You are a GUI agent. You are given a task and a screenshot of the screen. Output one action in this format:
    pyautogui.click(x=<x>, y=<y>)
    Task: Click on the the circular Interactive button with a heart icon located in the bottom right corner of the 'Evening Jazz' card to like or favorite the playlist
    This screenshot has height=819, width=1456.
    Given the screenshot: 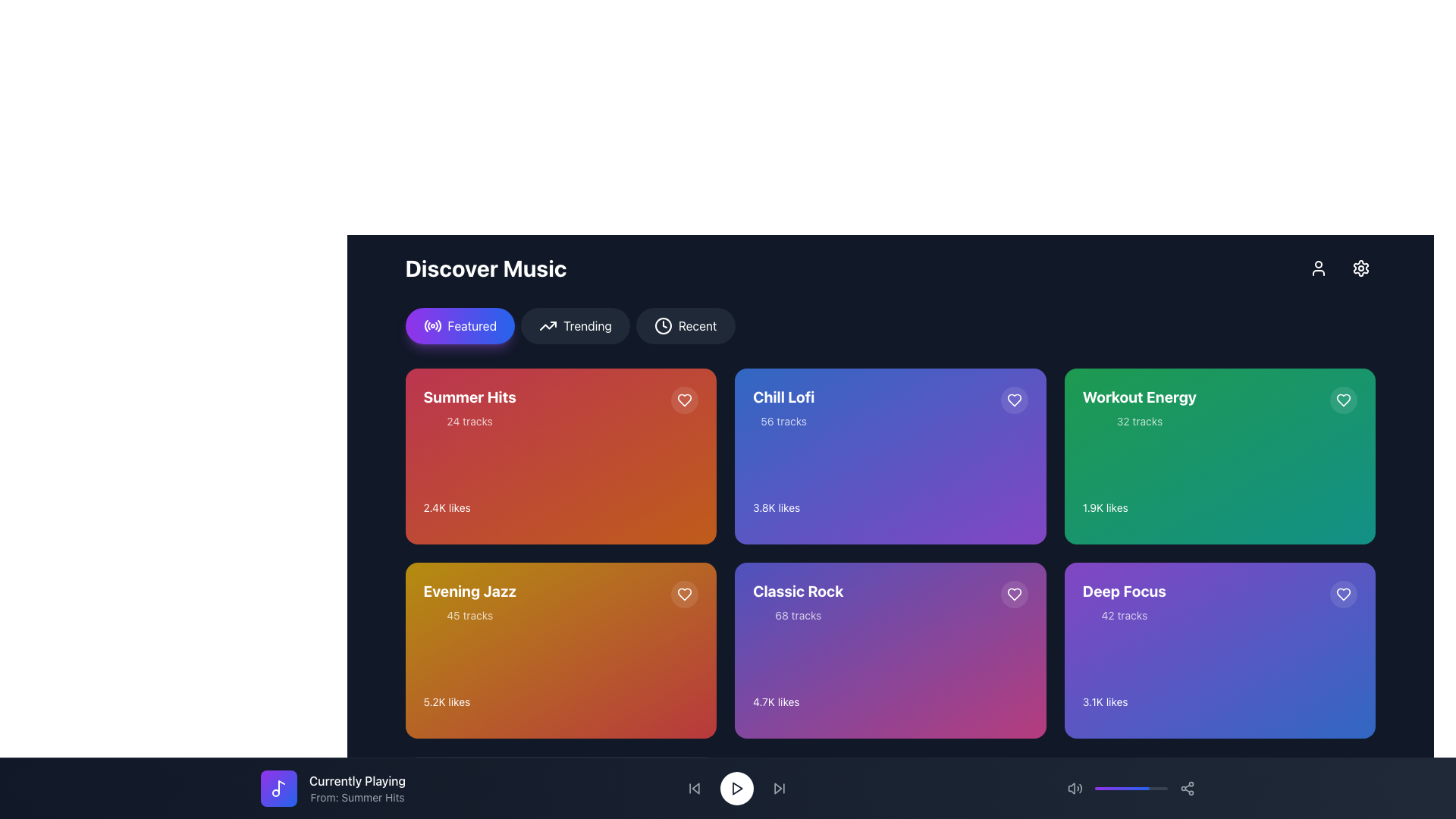 What is the action you would take?
    pyautogui.click(x=684, y=593)
    